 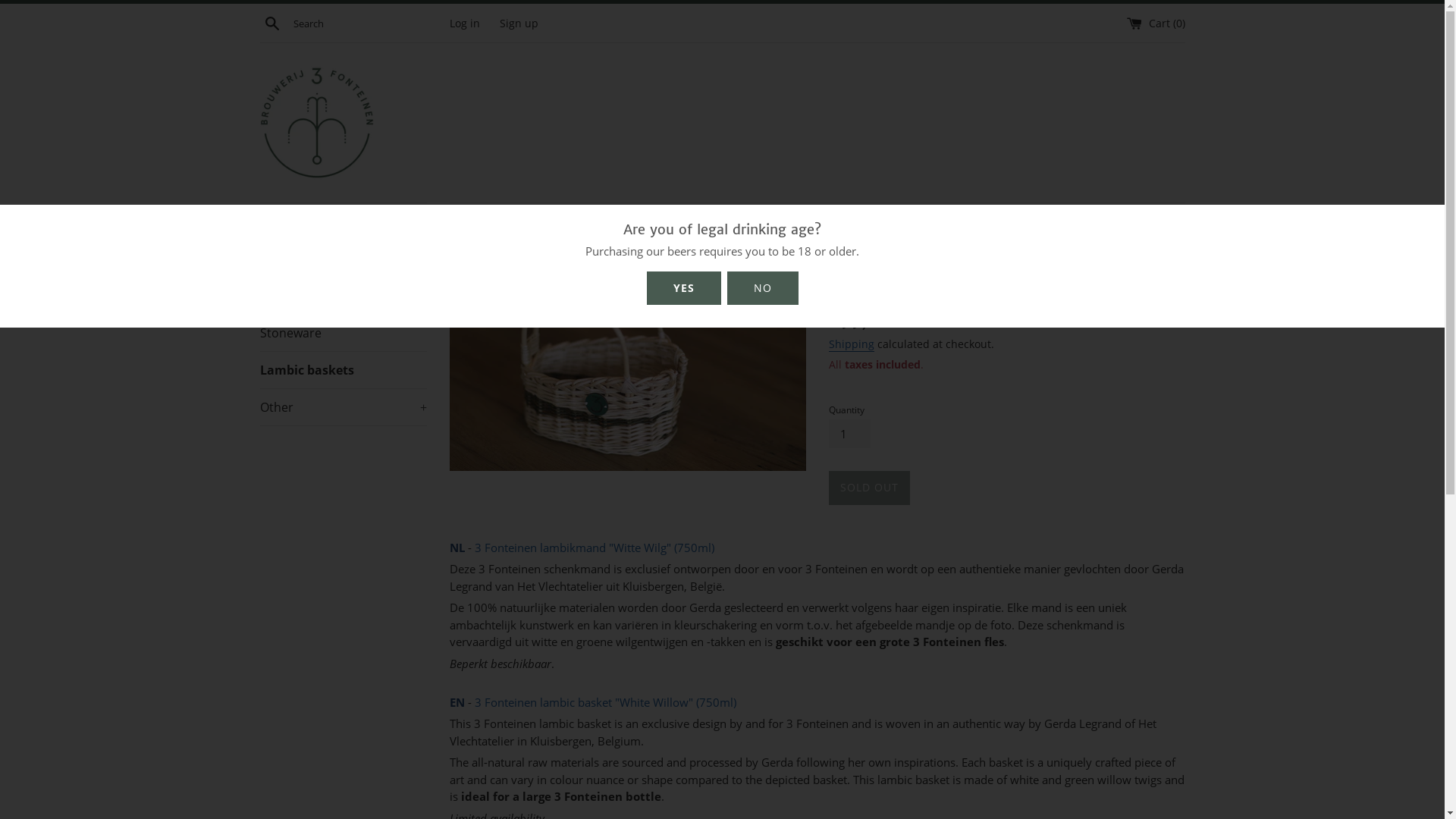 What do you see at coordinates (463, 23) in the screenshot?
I see `'Log in'` at bounding box center [463, 23].